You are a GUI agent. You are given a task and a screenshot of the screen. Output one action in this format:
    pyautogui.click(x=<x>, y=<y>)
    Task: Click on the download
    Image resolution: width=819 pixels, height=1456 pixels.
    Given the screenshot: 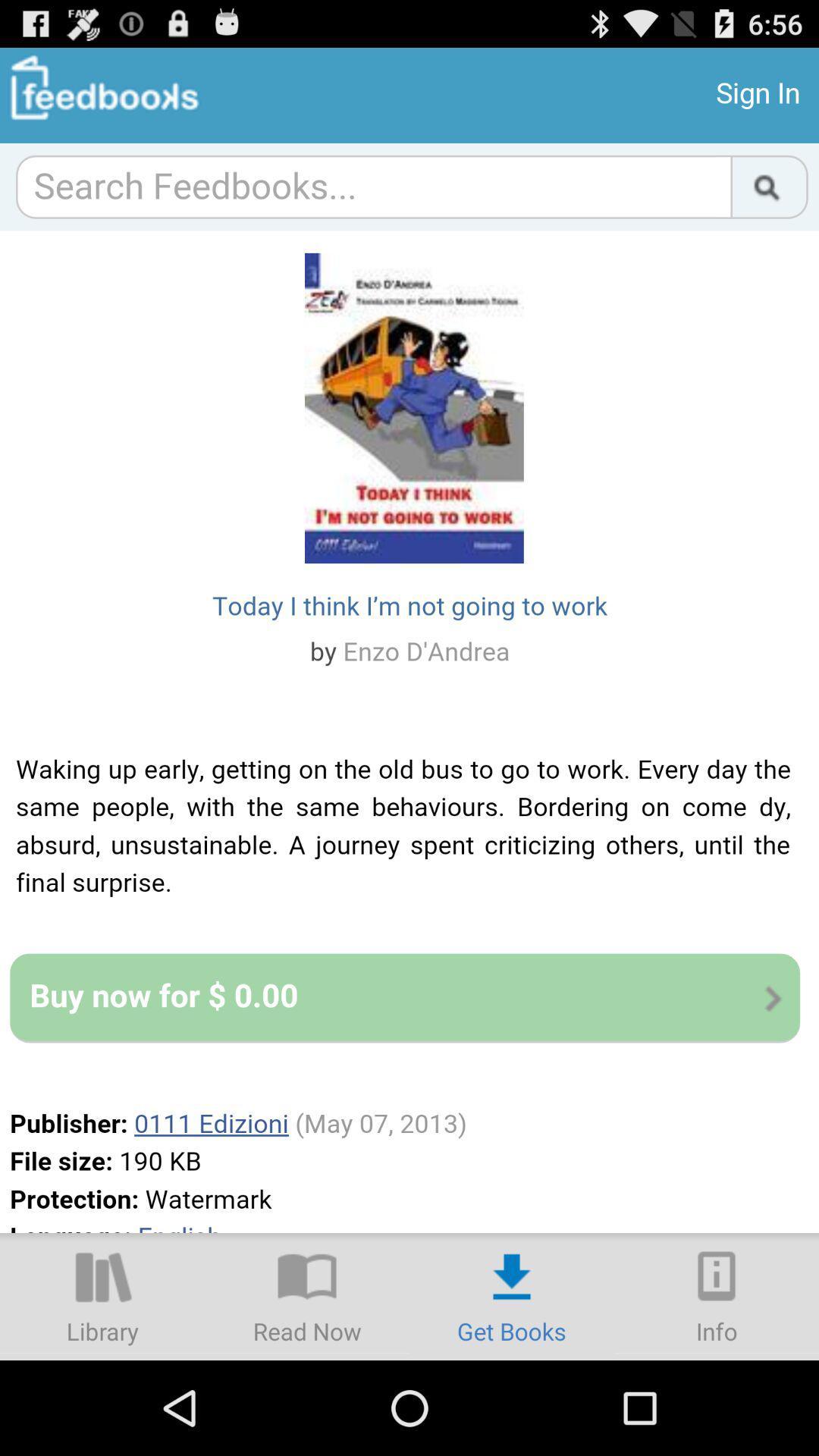 What is the action you would take?
    pyautogui.click(x=512, y=1295)
    